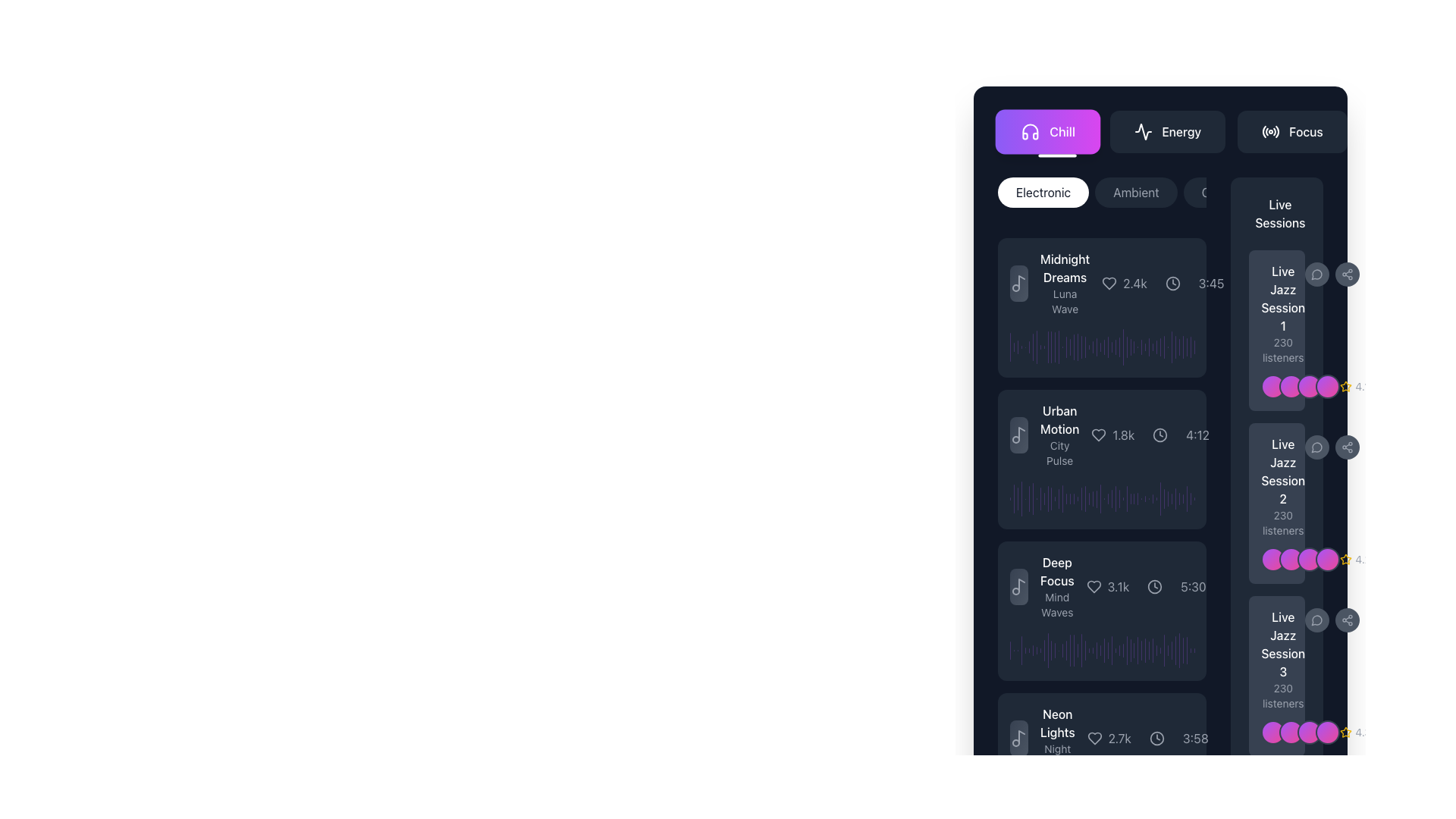  What do you see at coordinates (1159, 435) in the screenshot?
I see `the SVG Circle icon with a centered dot, which represents time-related information for the music track` at bounding box center [1159, 435].